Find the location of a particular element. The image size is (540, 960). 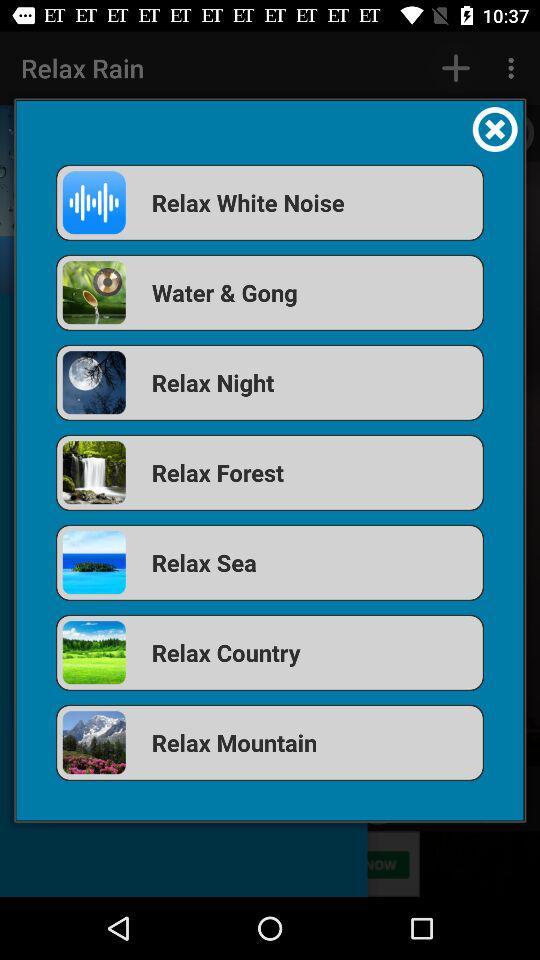

the app below the relax sea is located at coordinates (270, 651).